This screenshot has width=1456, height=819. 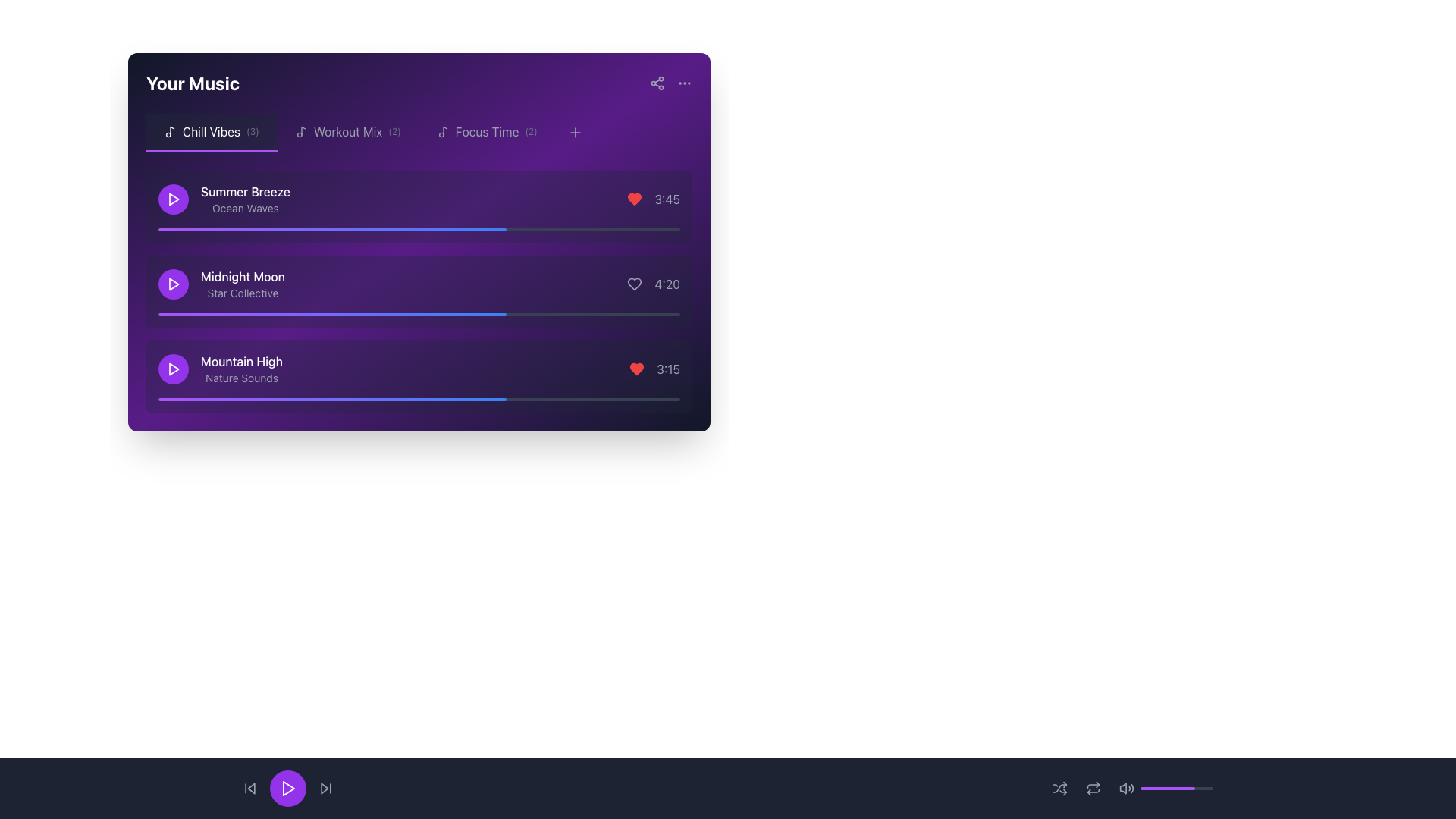 What do you see at coordinates (574, 131) in the screenshot?
I see `the Plus Symbol icon located in the top-right corner of the 'Your Music' panel to trigger a tooltip or visual response` at bounding box center [574, 131].